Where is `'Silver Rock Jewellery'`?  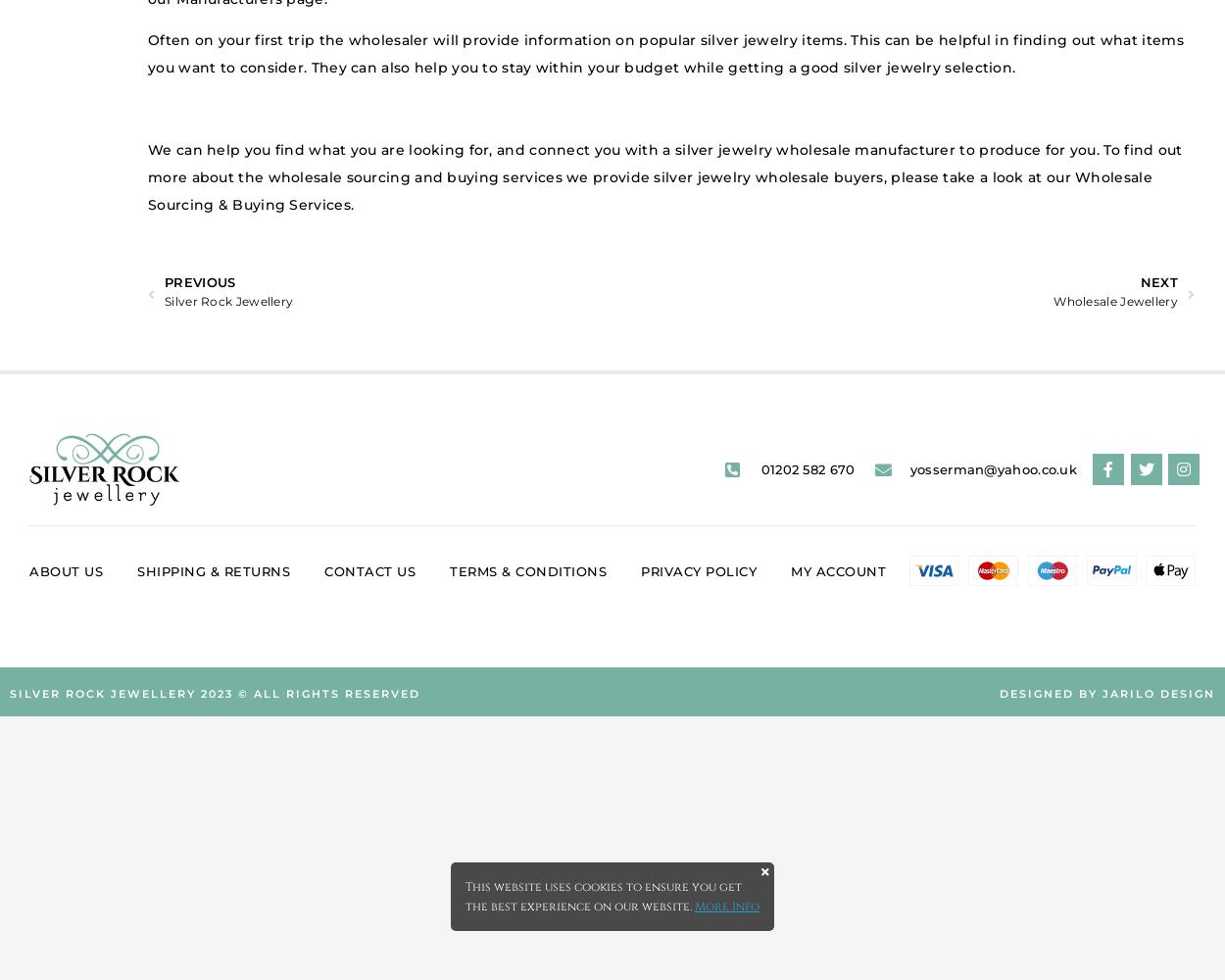
'Silver Rock Jewellery' is located at coordinates (227, 301).